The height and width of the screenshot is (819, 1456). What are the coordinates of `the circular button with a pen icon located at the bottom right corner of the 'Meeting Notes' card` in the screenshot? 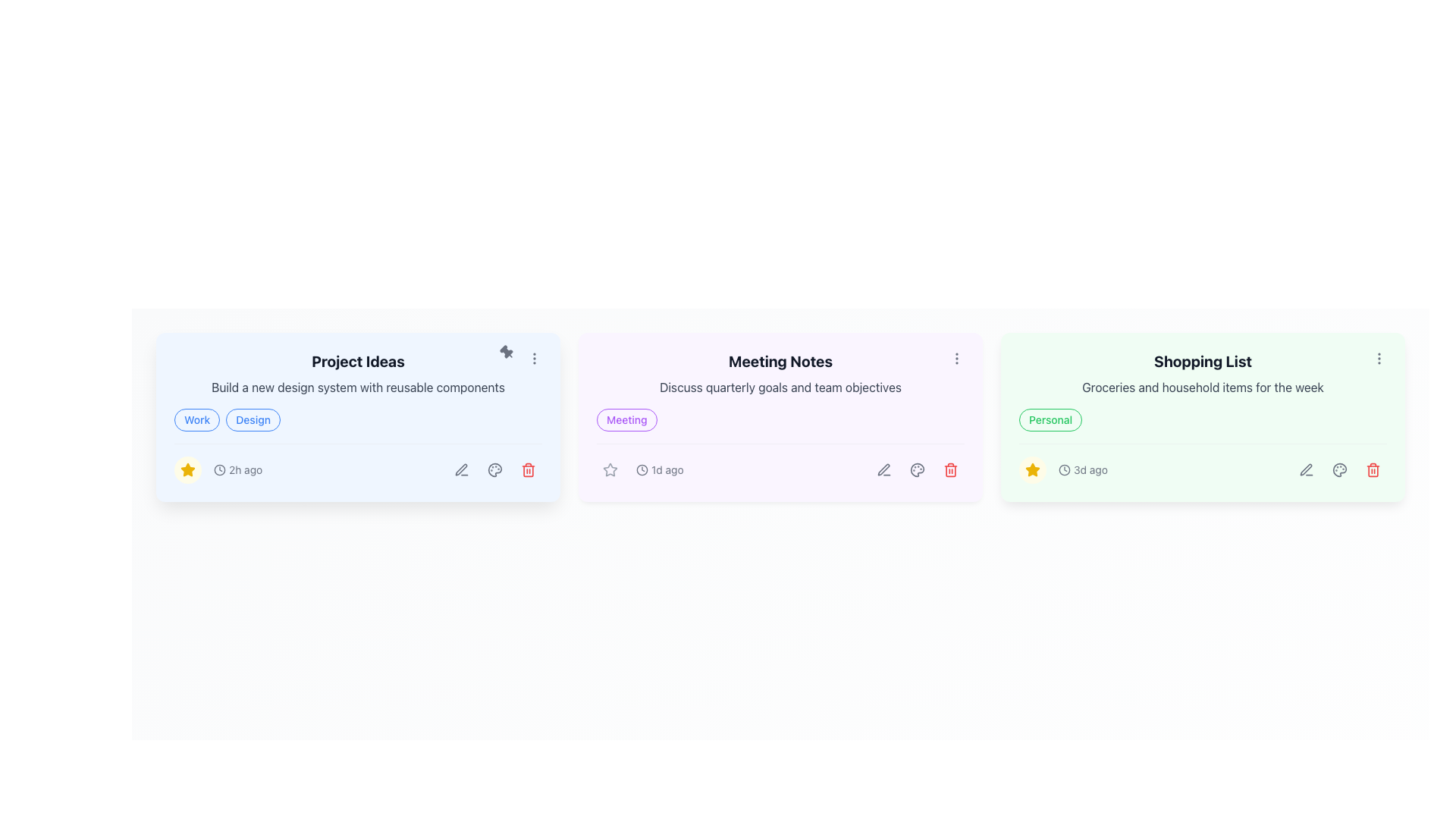 It's located at (884, 469).